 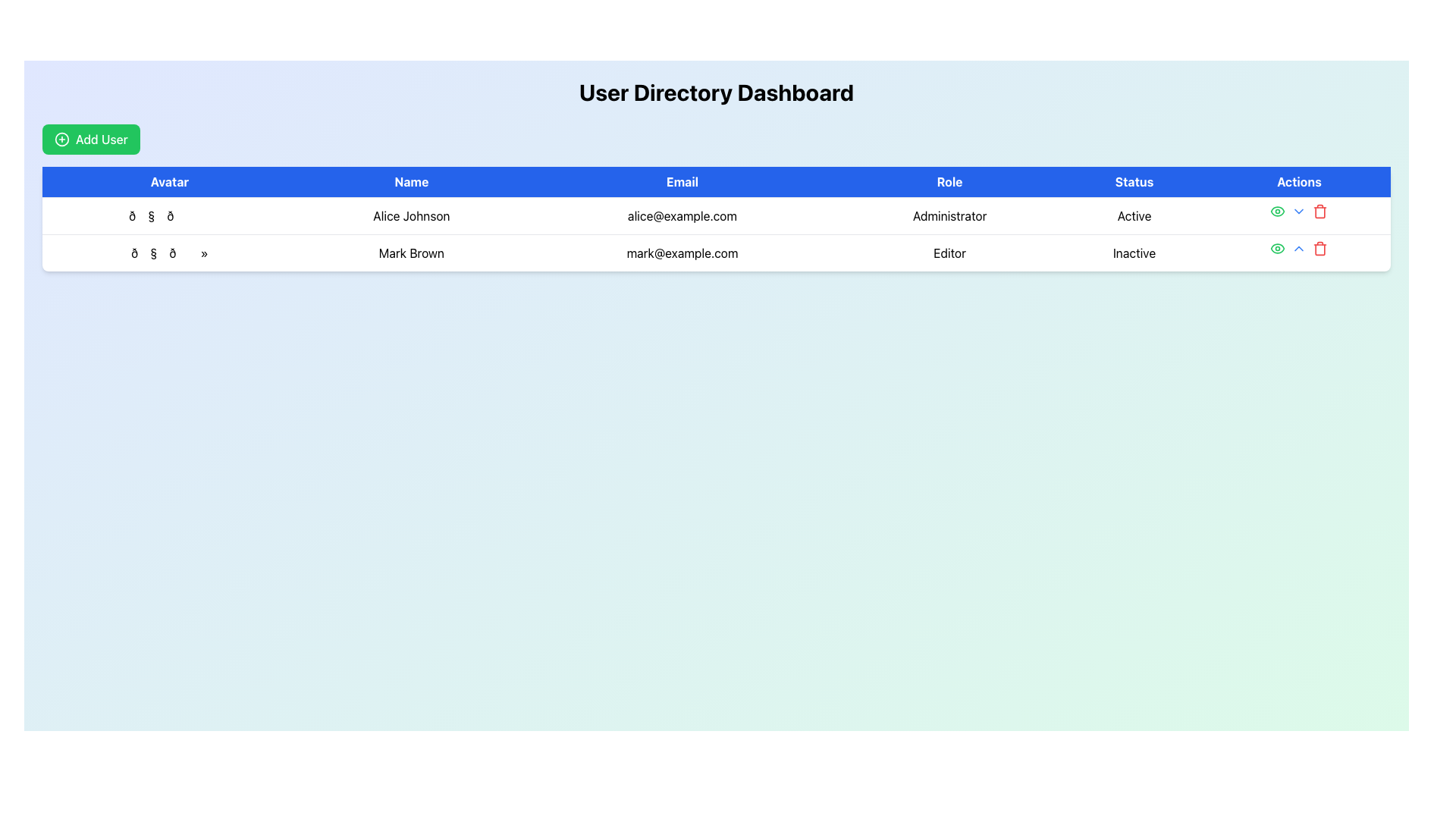 What do you see at coordinates (411, 216) in the screenshot?
I see `the text label displaying the name 'Alice Johnson', which is located in the second column of the first row of the table` at bounding box center [411, 216].